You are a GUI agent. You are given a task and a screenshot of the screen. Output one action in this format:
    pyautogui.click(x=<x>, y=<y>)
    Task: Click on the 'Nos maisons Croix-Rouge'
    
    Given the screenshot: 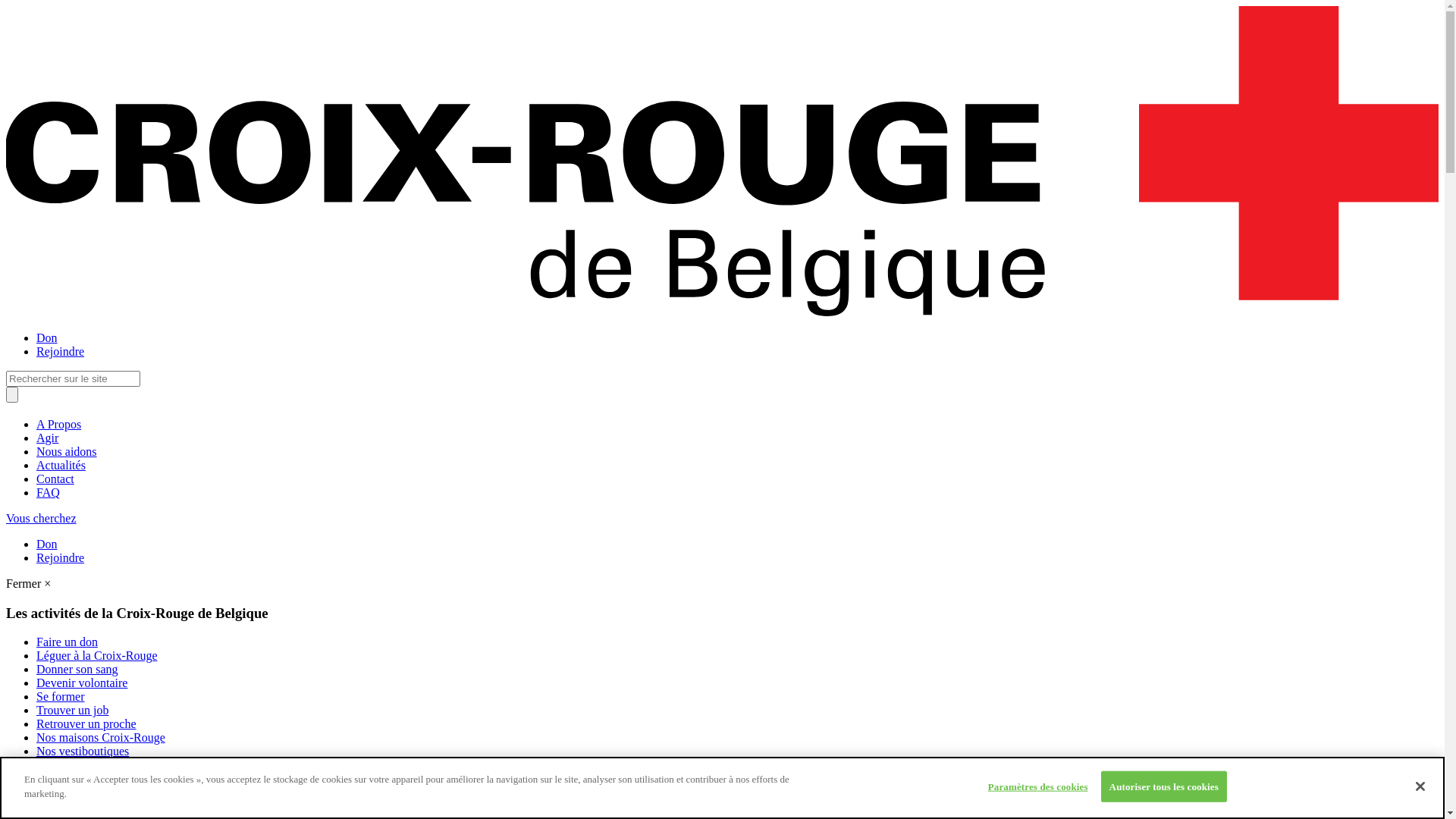 What is the action you would take?
    pyautogui.click(x=100, y=736)
    